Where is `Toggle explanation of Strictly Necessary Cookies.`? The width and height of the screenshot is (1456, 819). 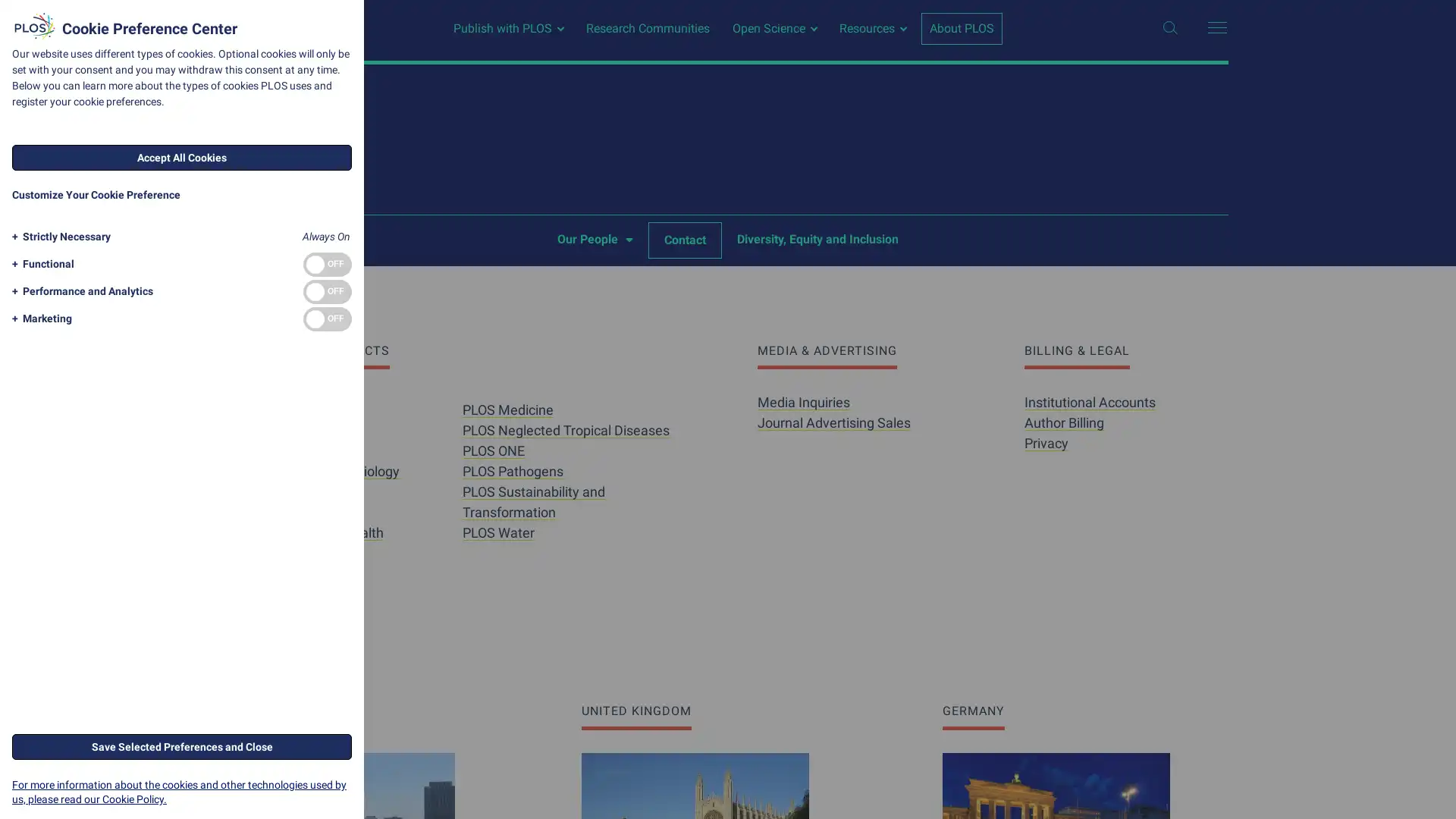 Toggle explanation of Strictly Necessary Cookies. is located at coordinates (58, 237).